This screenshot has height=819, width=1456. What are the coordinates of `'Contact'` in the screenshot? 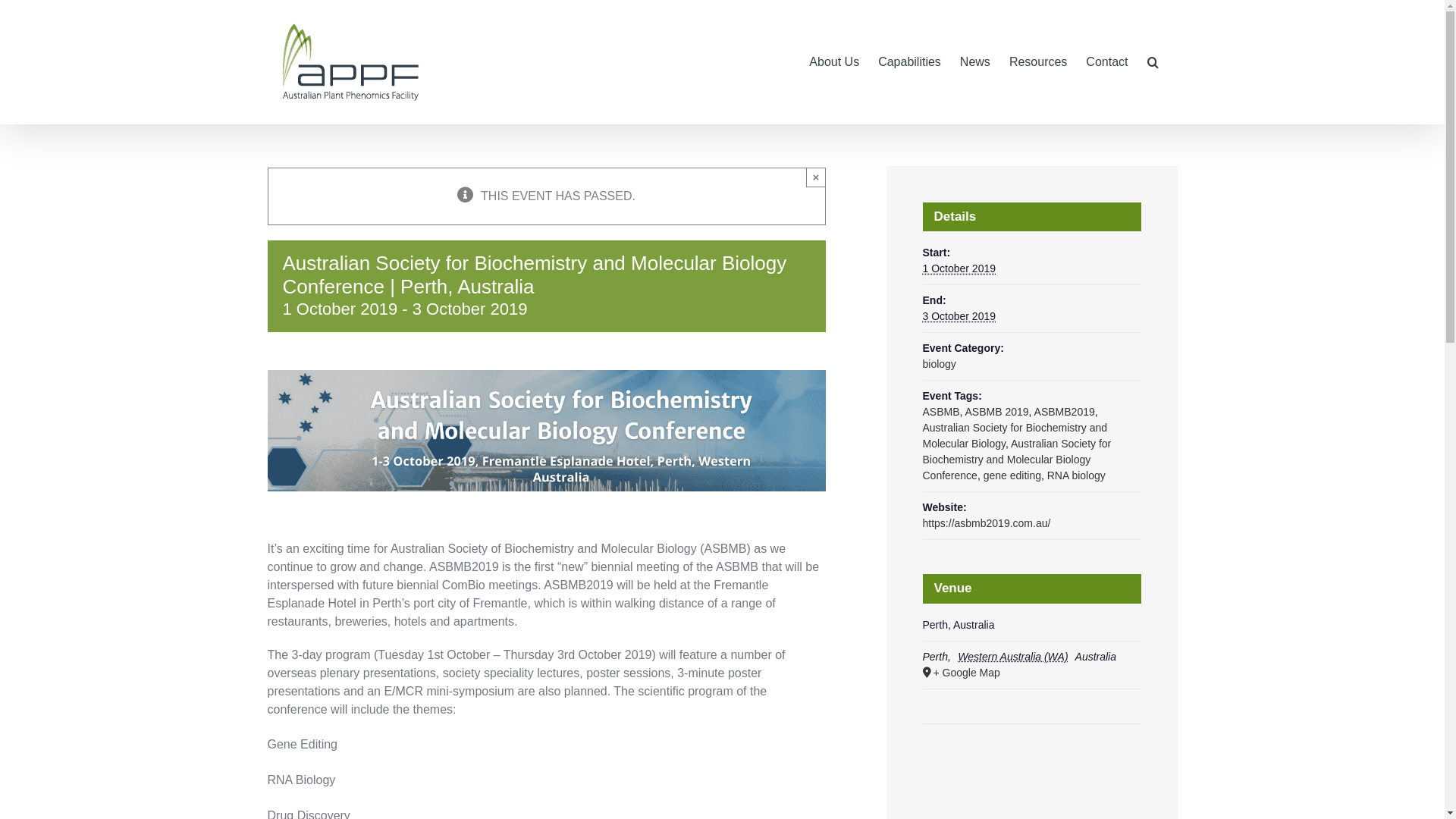 It's located at (1106, 61).